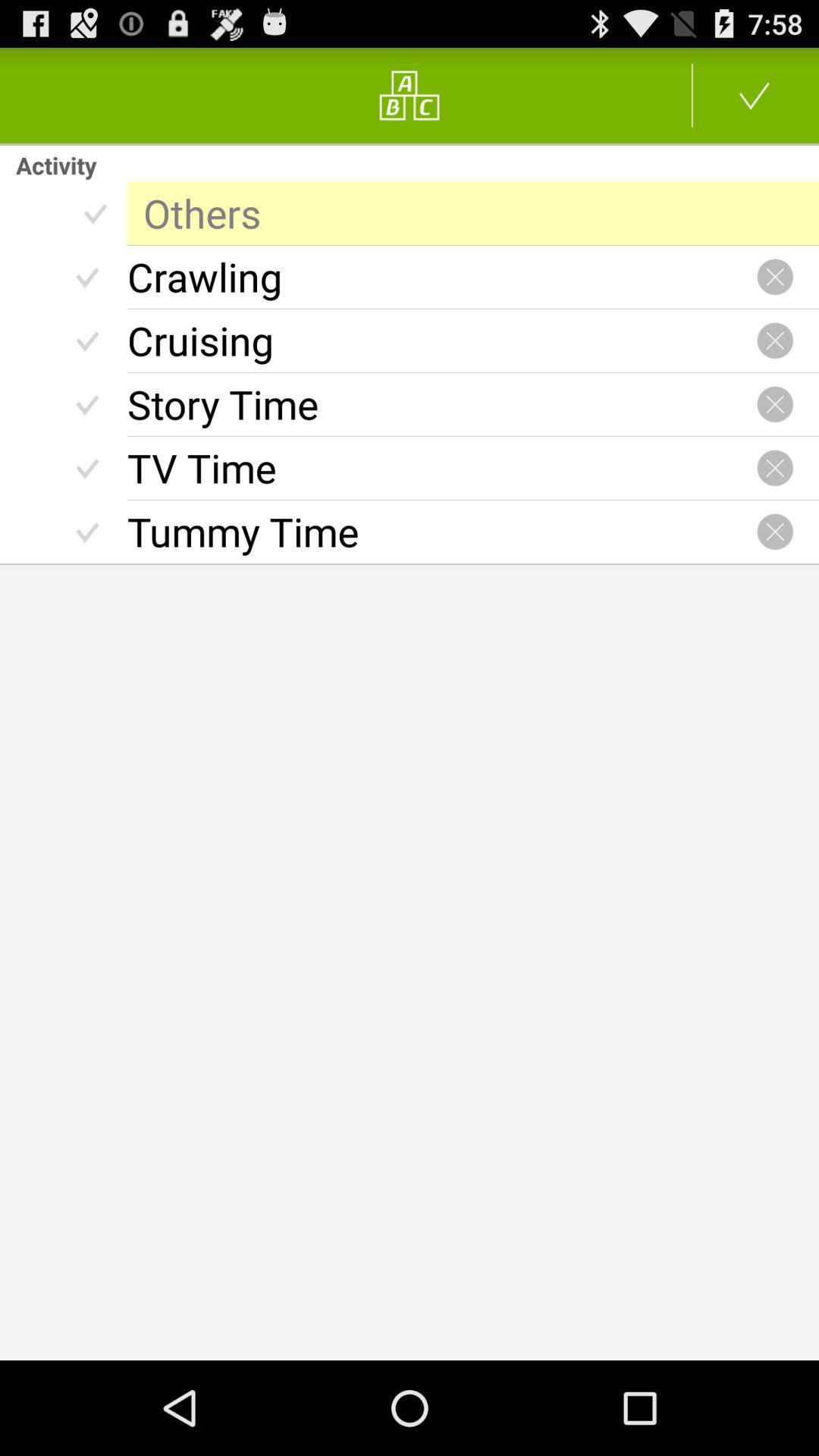 Image resolution: width=819 pixels, height=1456 pixels. Describe the element at coordinates (775, 532) in the screenshot. I see `close` at that location.